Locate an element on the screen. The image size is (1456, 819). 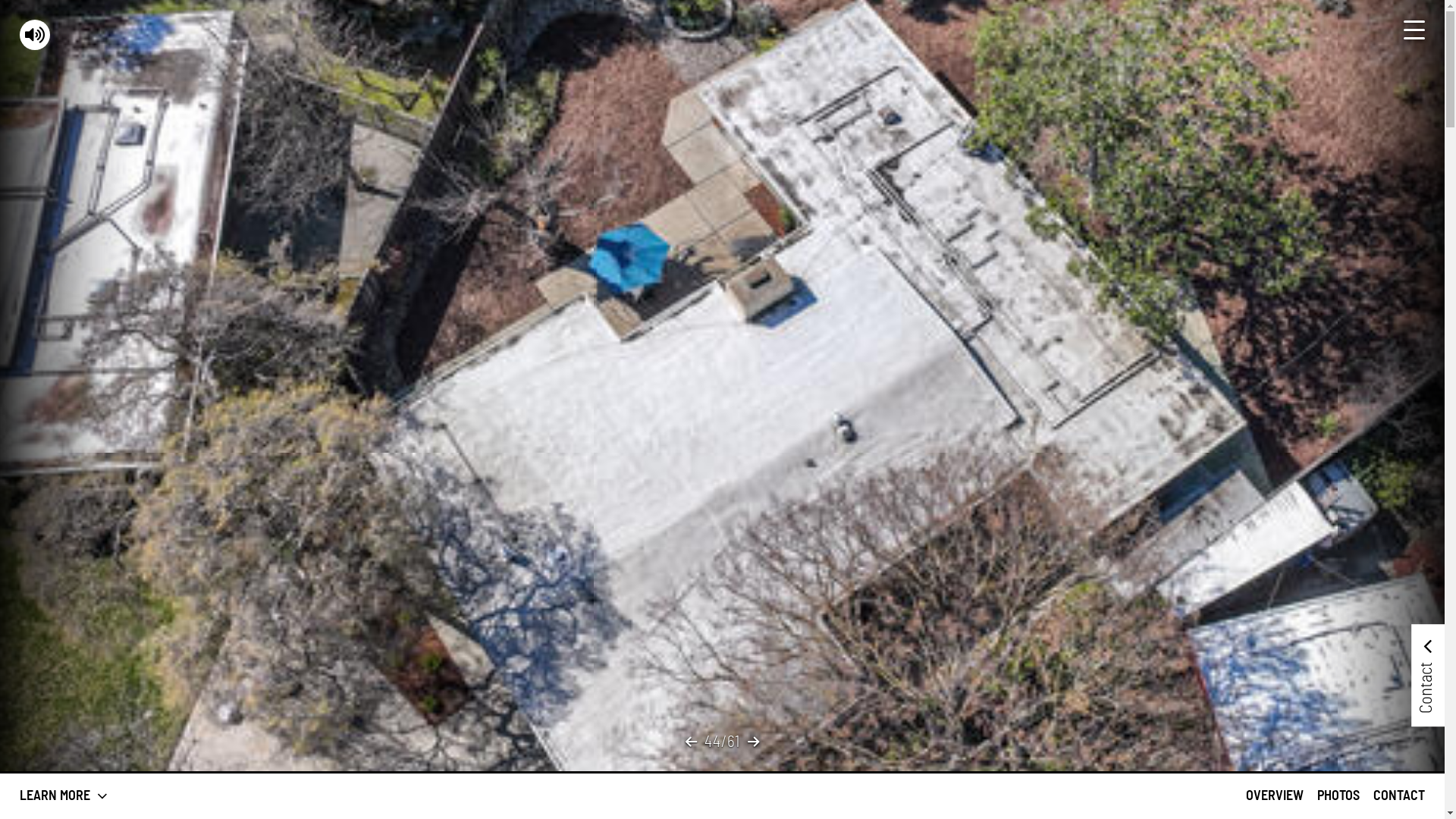
'CONTACT' is located at coordinates (1398, 795).